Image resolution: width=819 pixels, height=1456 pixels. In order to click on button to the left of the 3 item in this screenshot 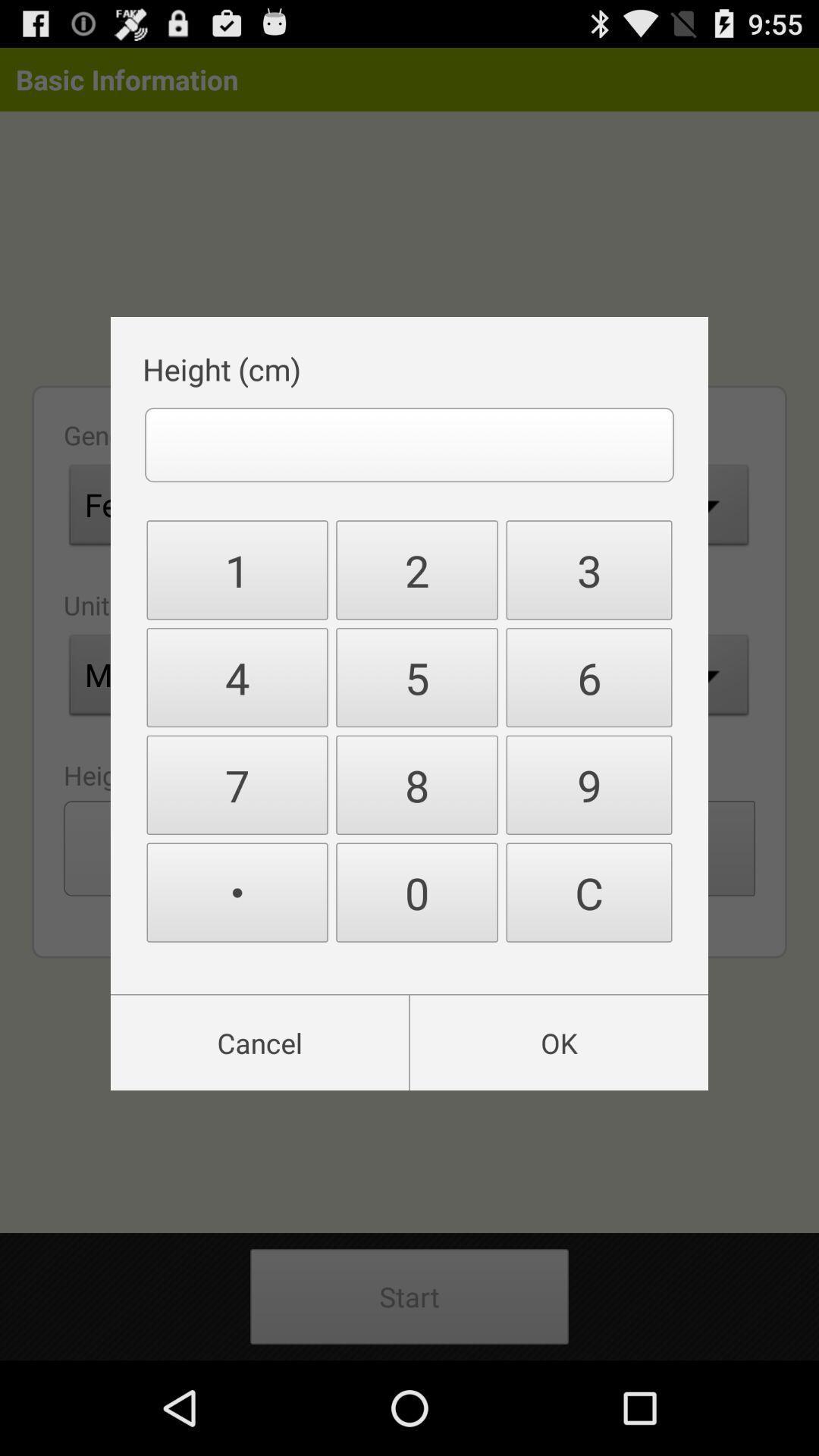, I will do `click(417, 569)`.